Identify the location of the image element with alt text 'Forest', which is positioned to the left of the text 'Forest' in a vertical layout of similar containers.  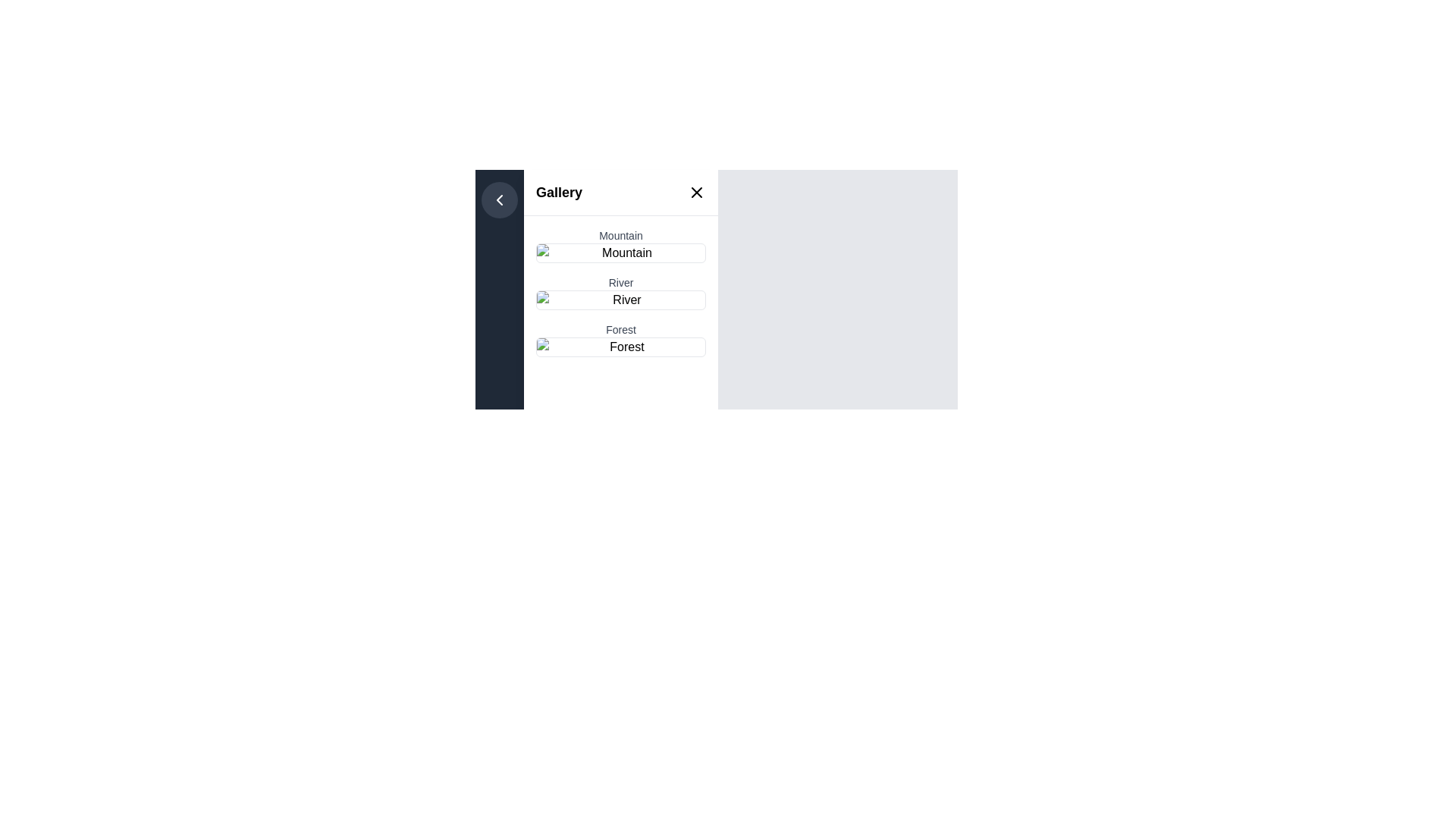
(621, 347).